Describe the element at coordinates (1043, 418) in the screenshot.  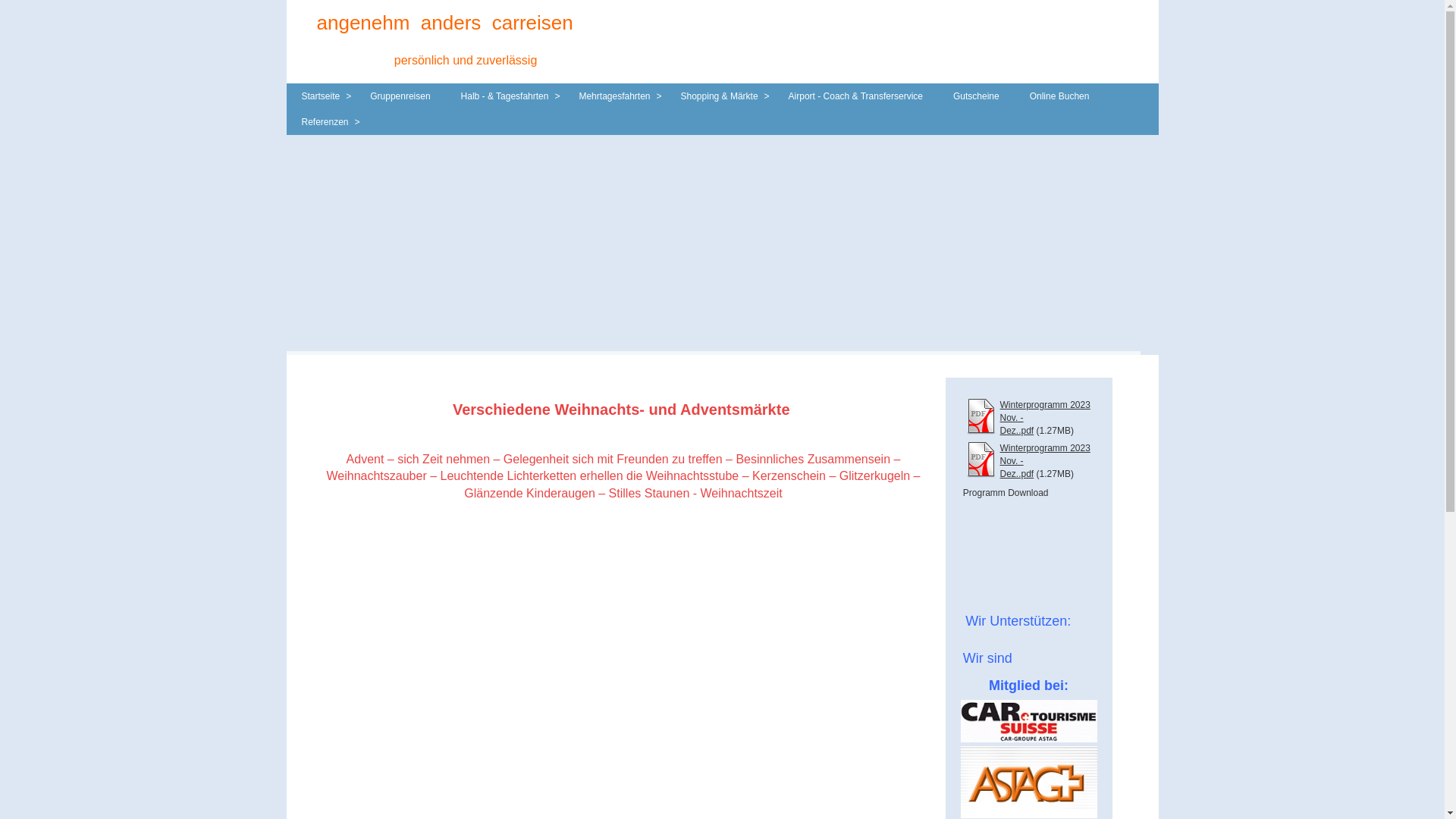
I see `'Winterprogramm 2023 Nov. - Dez..pdf'` at that location.